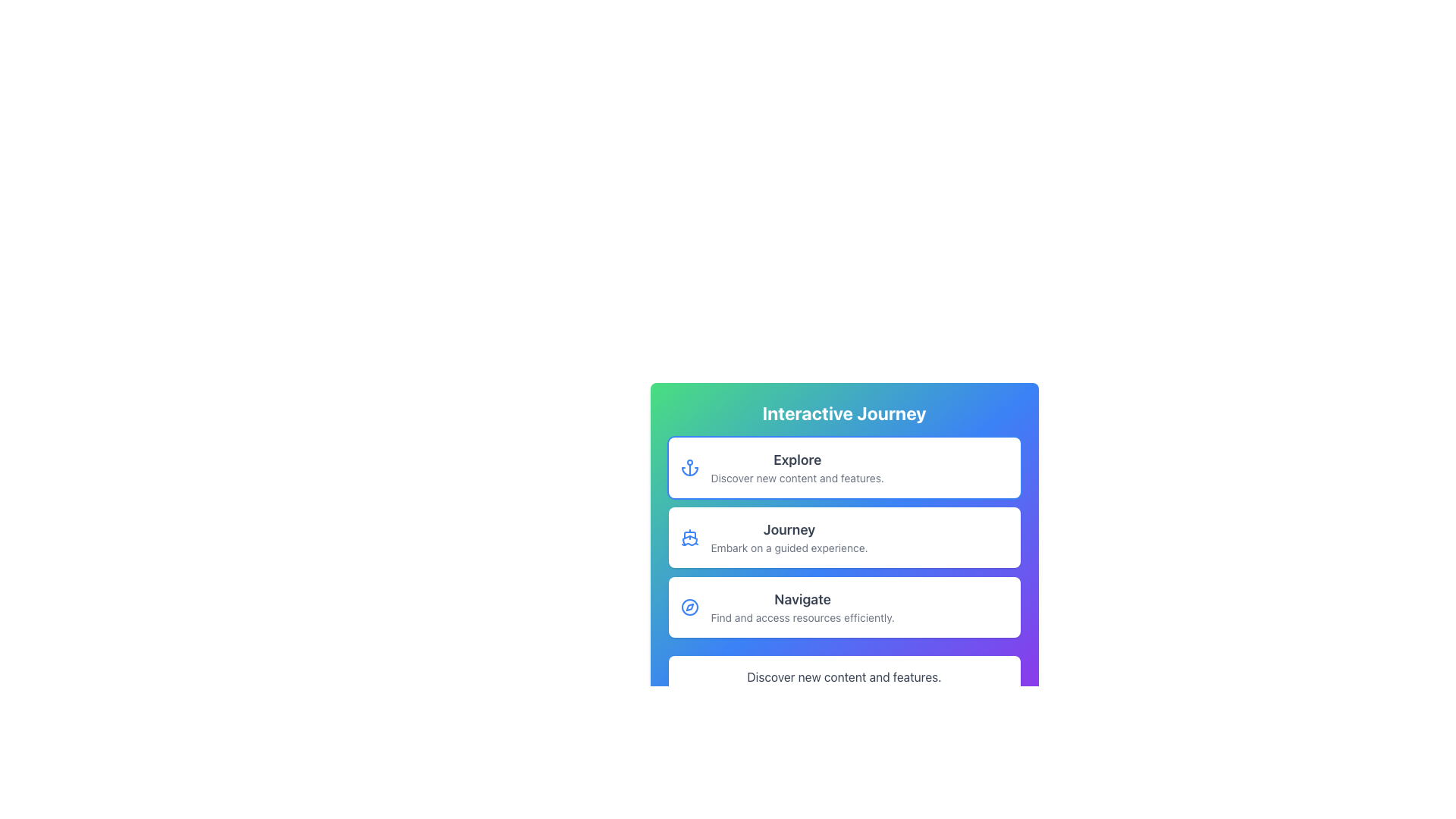 The width and height of the screenshot is (1456, 819). What do you see at coordinates (789, 529) in the screenshot?
I see `the 'Journey' card title text label, which serves as a heading for the associated description text below, positioned in the second card from the top of the vertically stacked options` at bounding box center [789, 529].